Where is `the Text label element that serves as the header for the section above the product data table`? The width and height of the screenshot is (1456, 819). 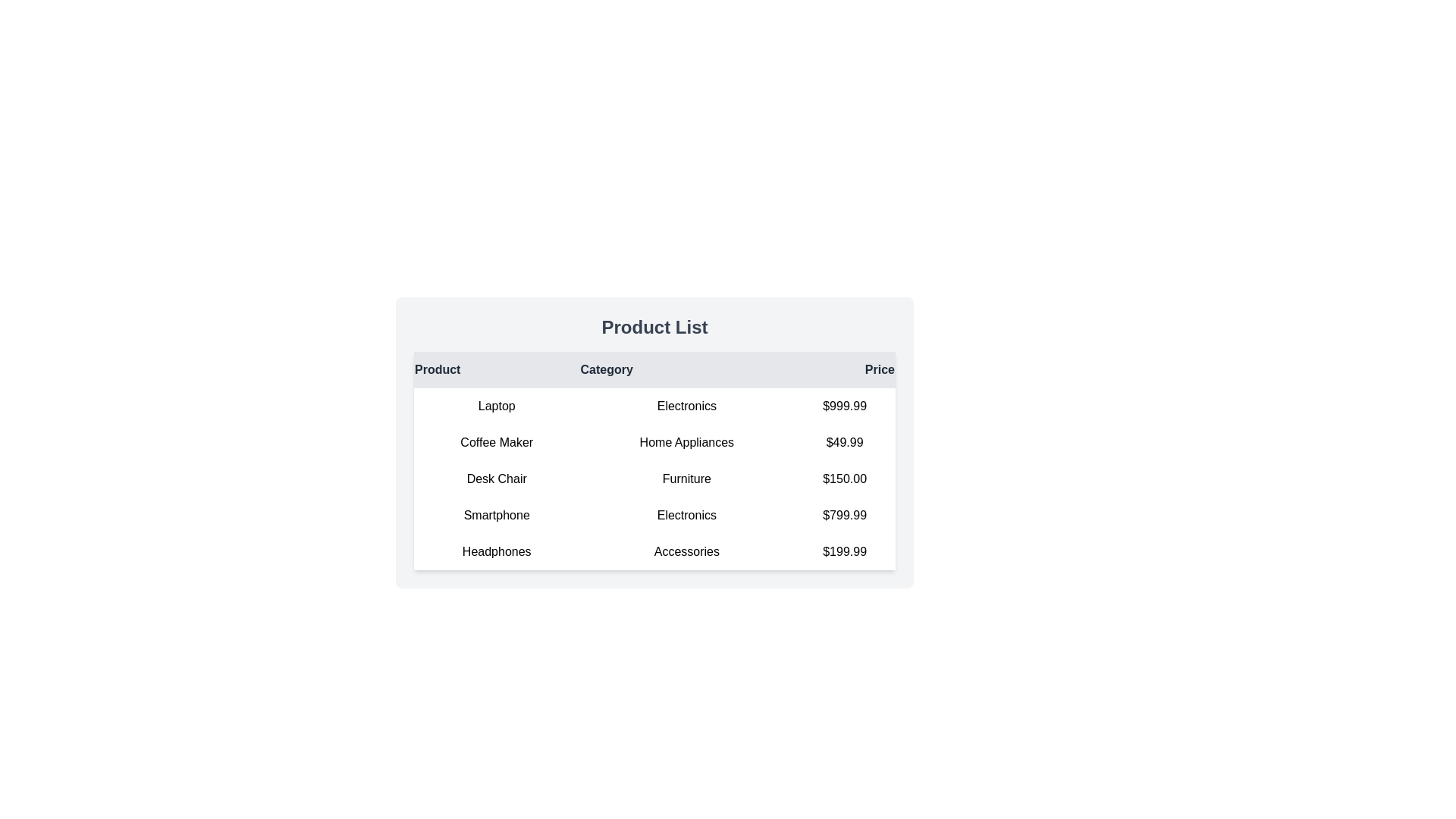
the Text label element that serves as the header for the section above the product data table is located at coordinates (654, 327).